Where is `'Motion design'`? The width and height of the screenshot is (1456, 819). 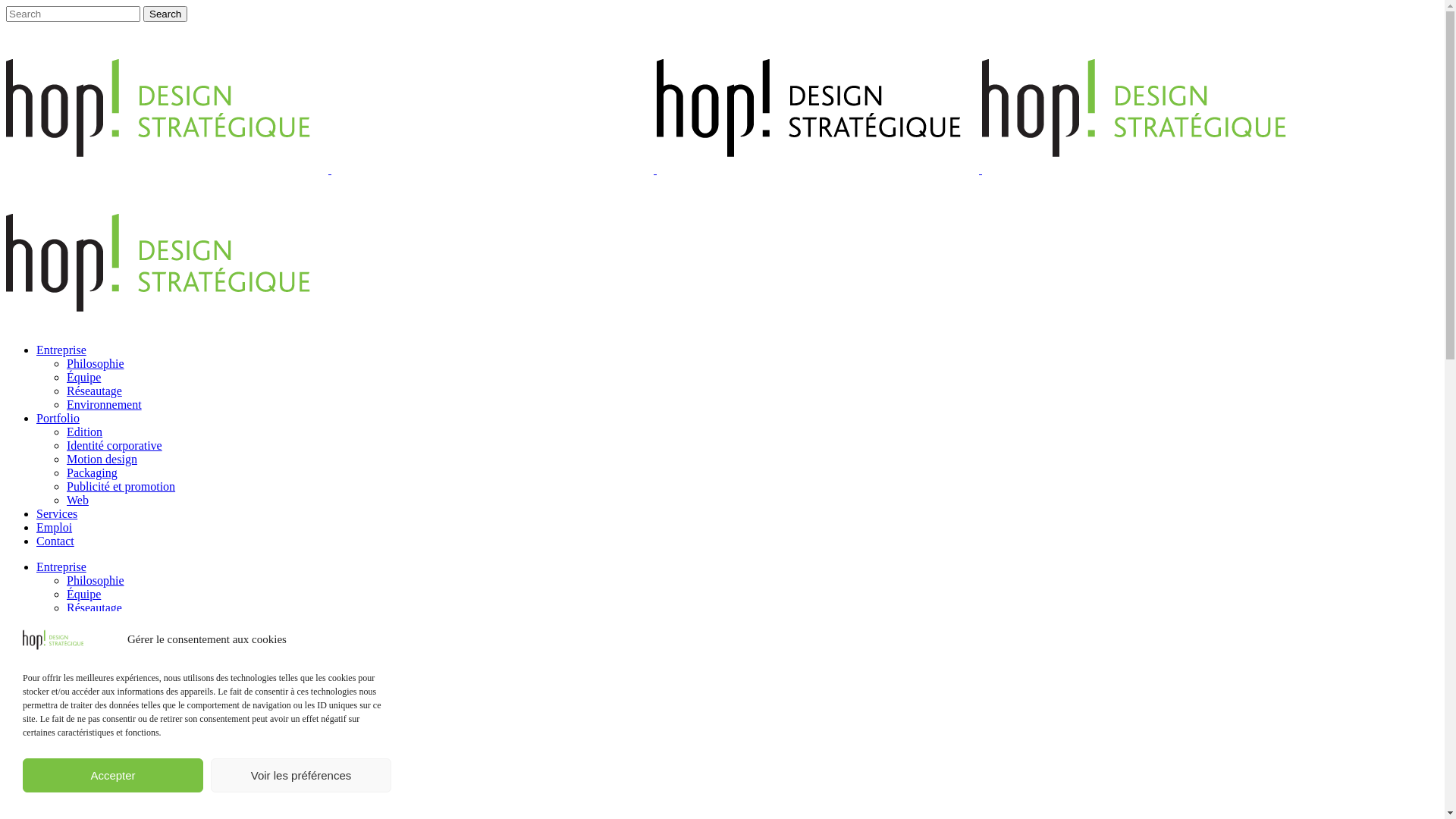 'Motion design' is located at coordinates (101, 458).